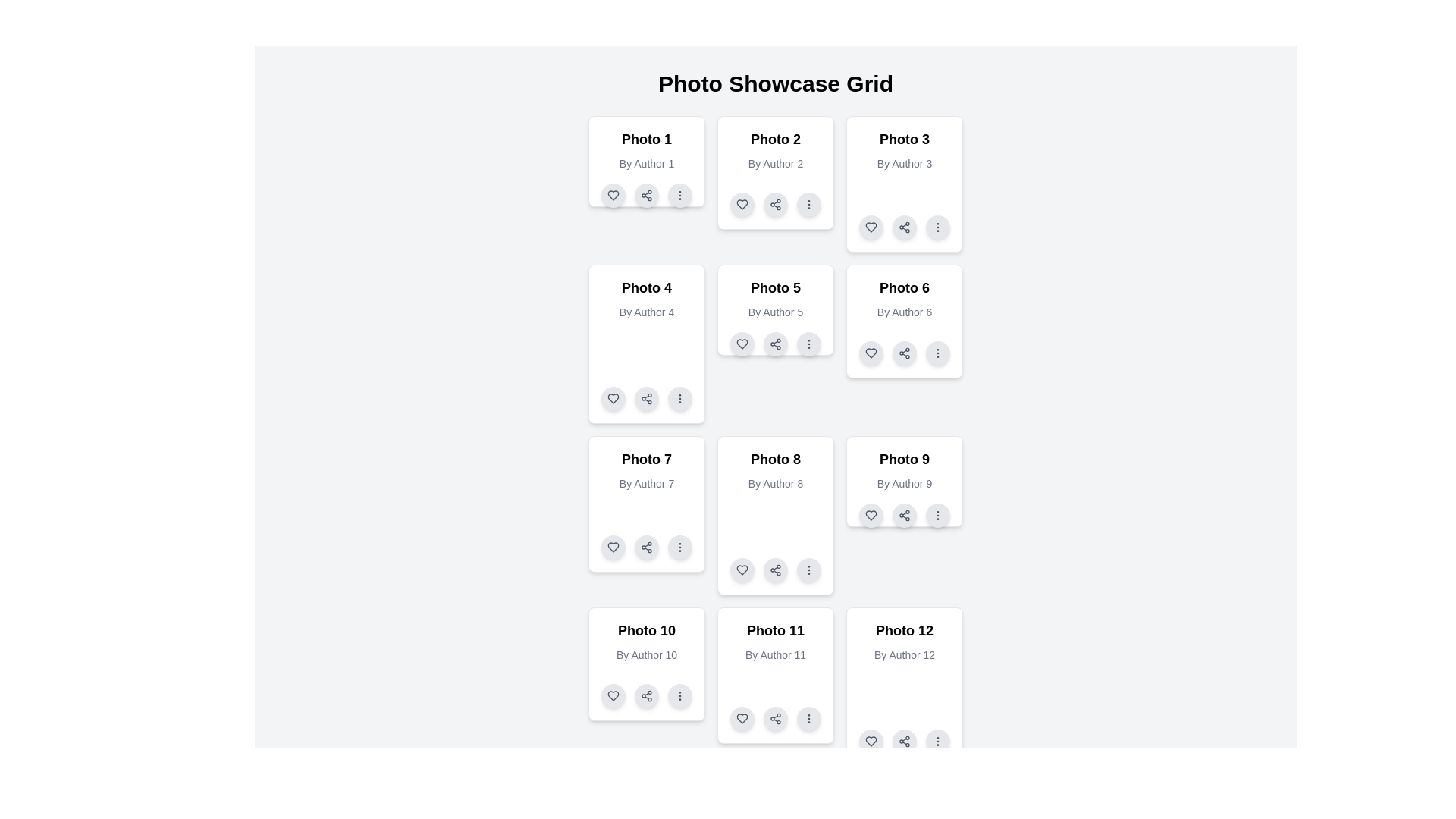 Image resolution: width=1456 pixels, height=819 pixels. What do you see at coordinates (937, 353) in the screenshot?
I see `the vertical ellipsis icon in the top-right corner of the 'Photo 6' card` at bounding box center [937, 353].